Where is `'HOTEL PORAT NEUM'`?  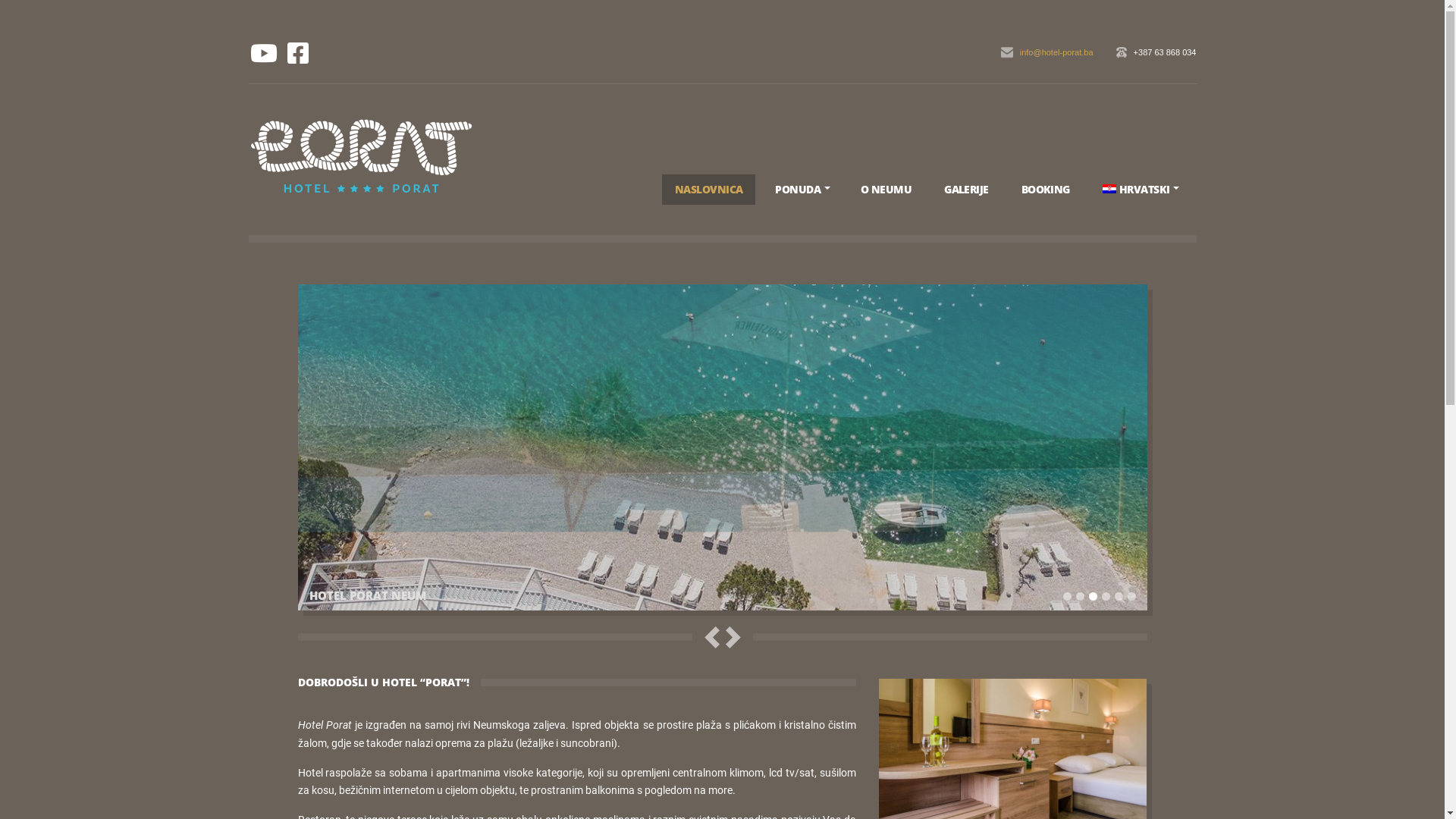
'HOTEL PORAT NEUM' is located at coordinates (297, 447).